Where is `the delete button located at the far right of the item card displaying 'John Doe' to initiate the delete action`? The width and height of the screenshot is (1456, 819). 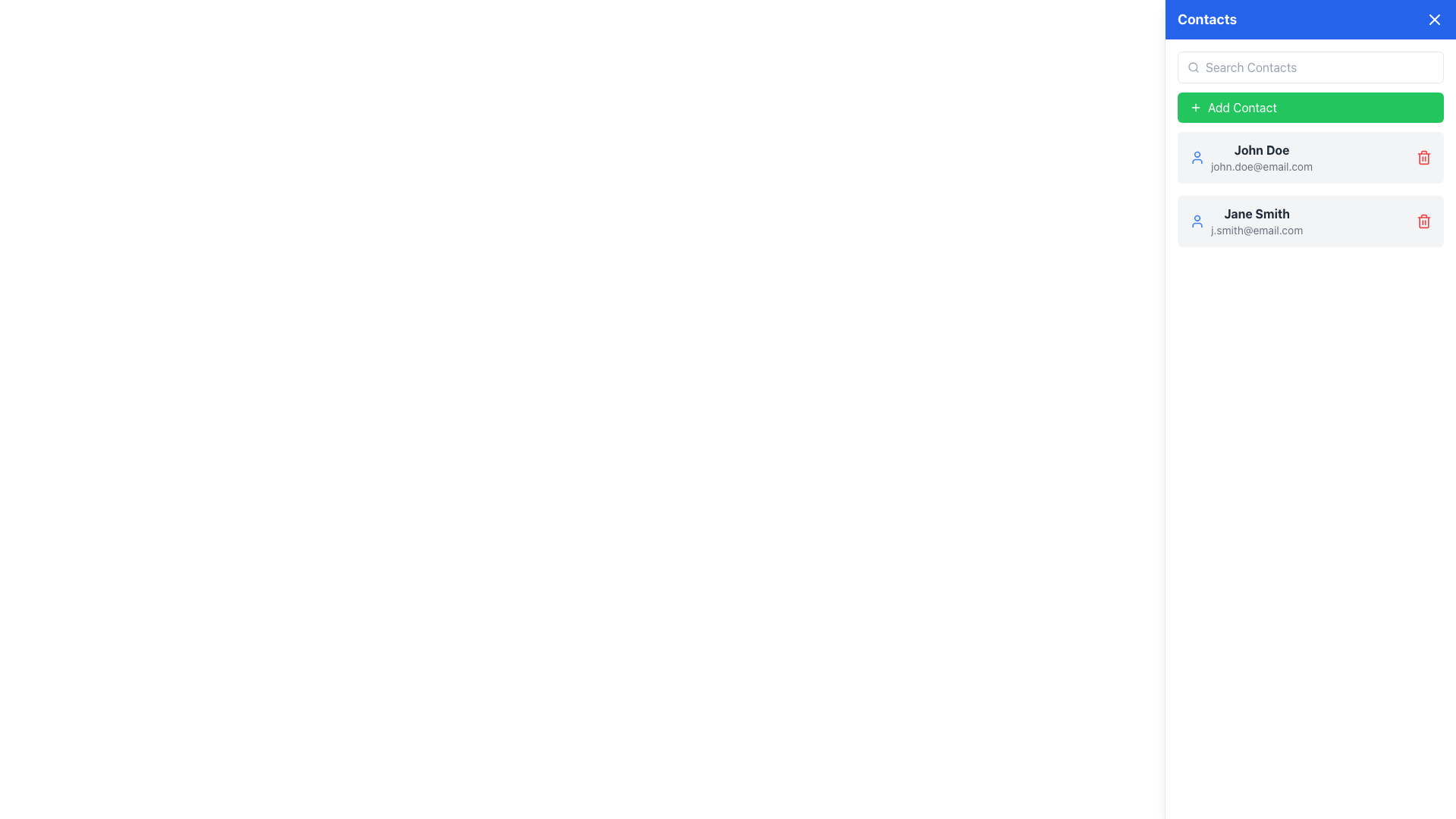
the delete button located at the far right of the item card displaying 'John Doe' to initiate the delete action is located at coordinates (1423, 158).